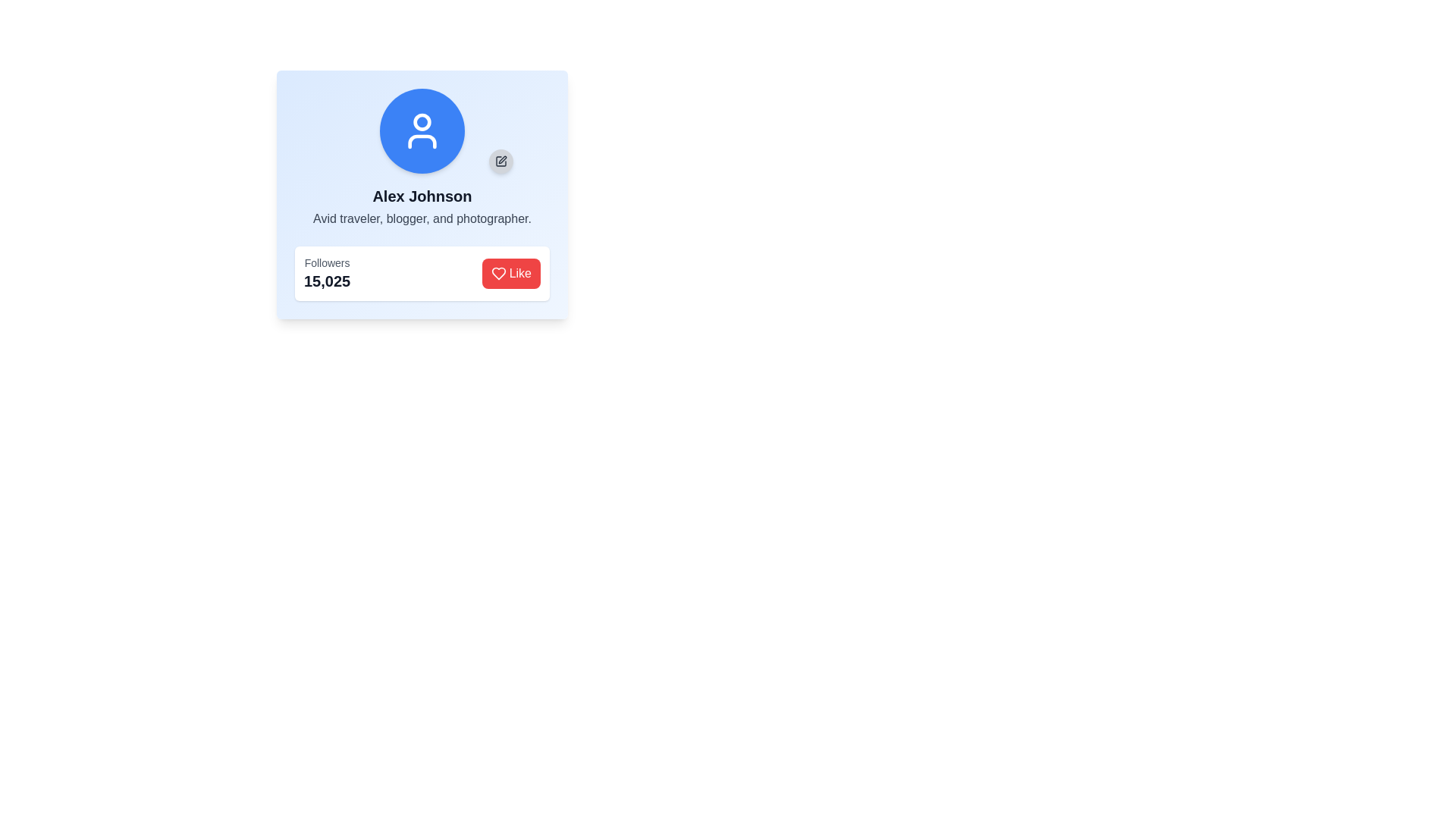 This screenshot has width=1456, height=819. What do you see at coordinates (422, 130) in the screenshot?
I see `the profile image icon representing the account of 'Alex Johnson', which is centered above the username` at bounding box center [422, 130].